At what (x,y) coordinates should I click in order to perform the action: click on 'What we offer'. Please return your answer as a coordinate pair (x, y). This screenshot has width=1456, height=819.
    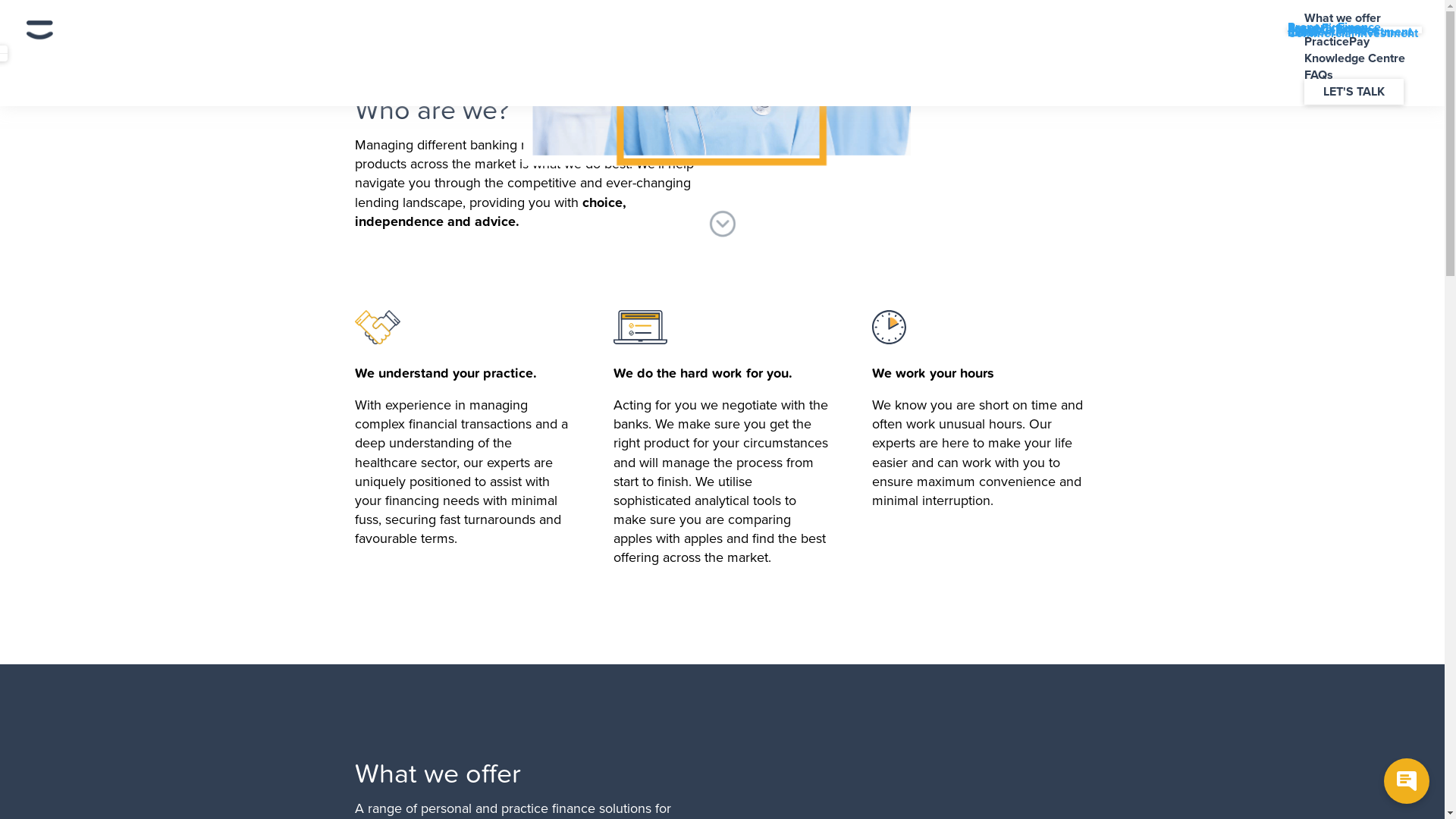
    Looking at the image, I should click on (1342, 17).